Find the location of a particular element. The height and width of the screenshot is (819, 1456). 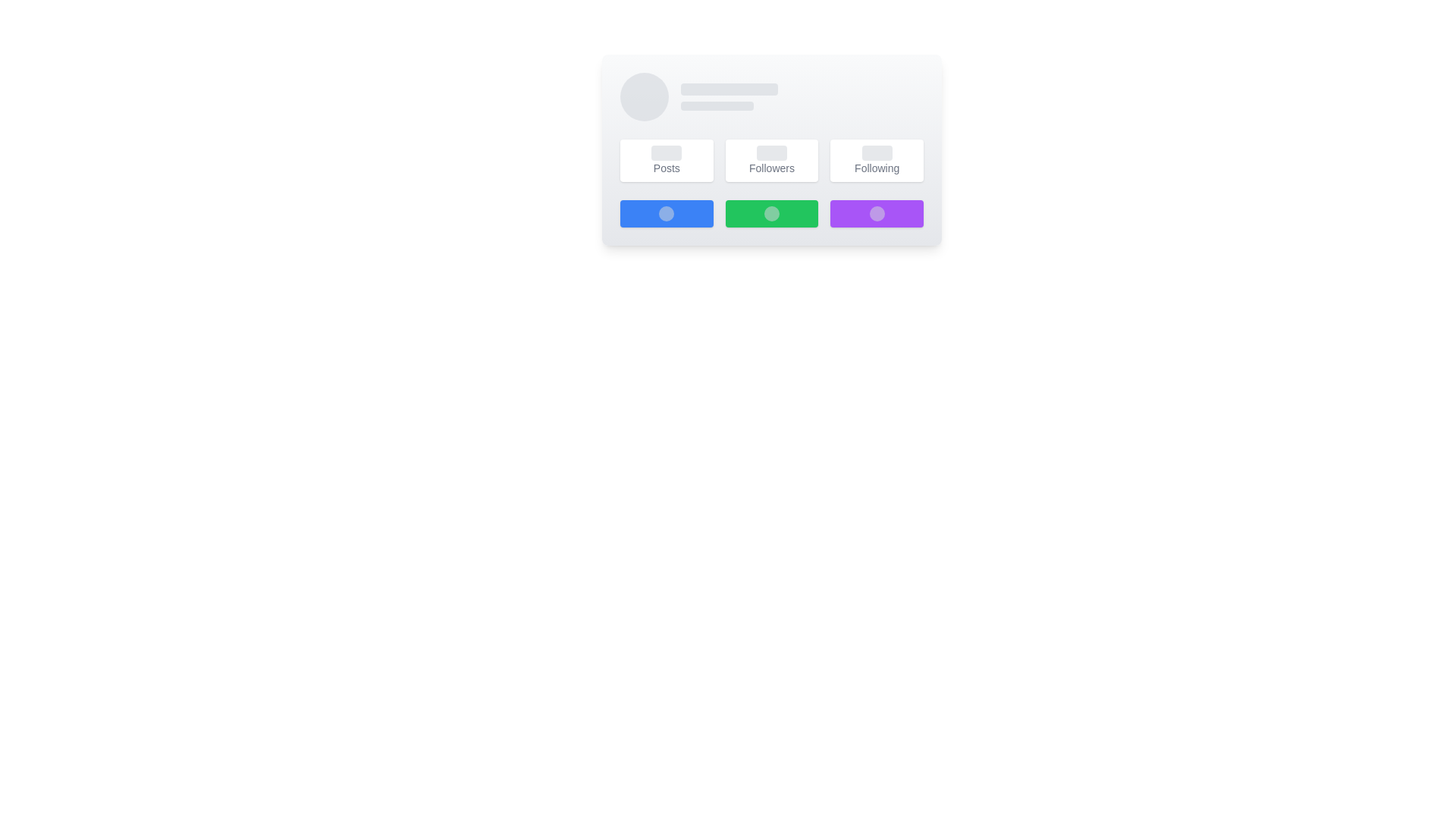

the visual indicator or decorative circle located within the blue button at the bottom-left of the button group beneath the 'Posts' section is located at coordinates (667, 213).